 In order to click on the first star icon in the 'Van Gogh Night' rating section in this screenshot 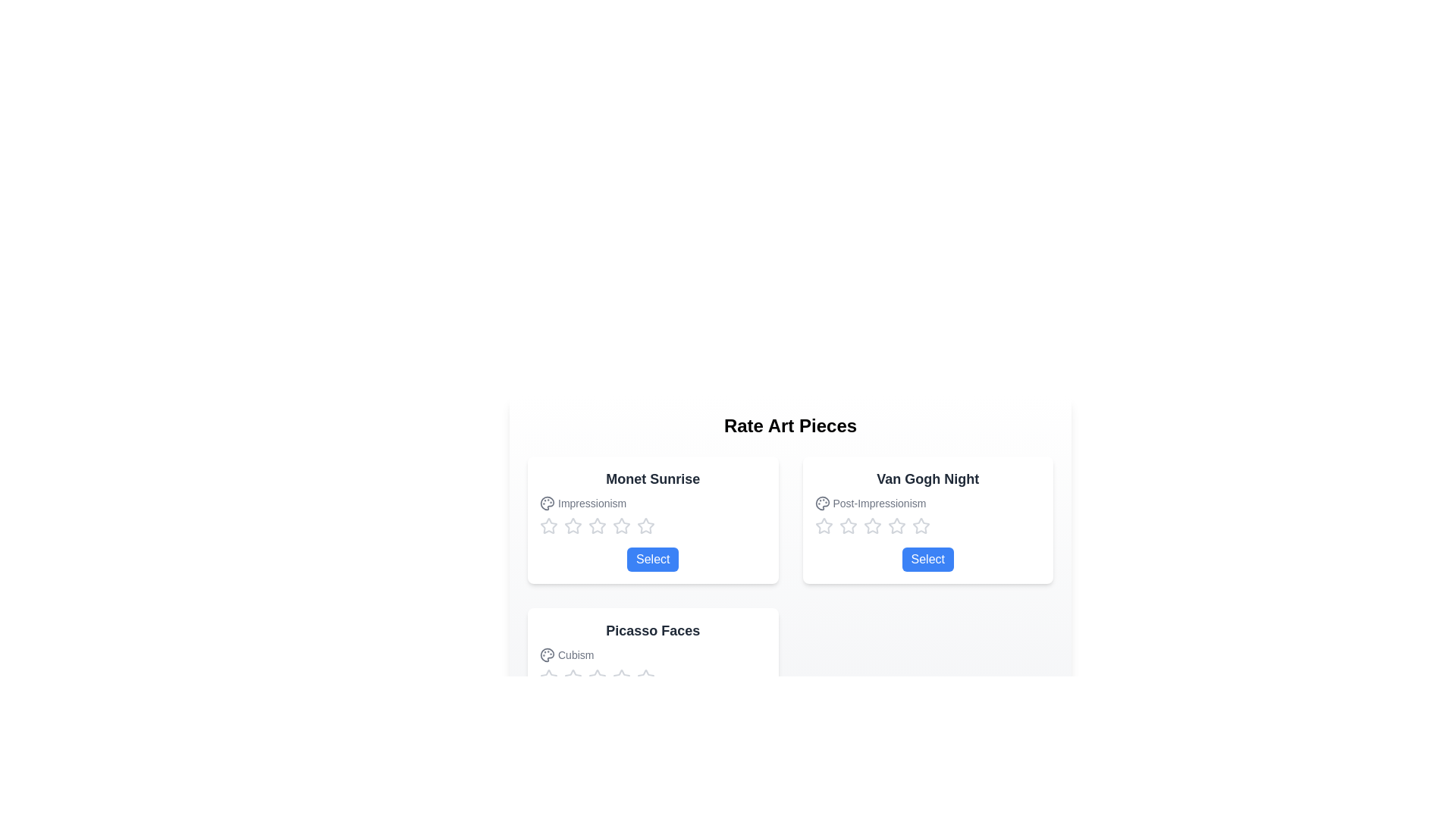, I will do `click(823, 525)`.